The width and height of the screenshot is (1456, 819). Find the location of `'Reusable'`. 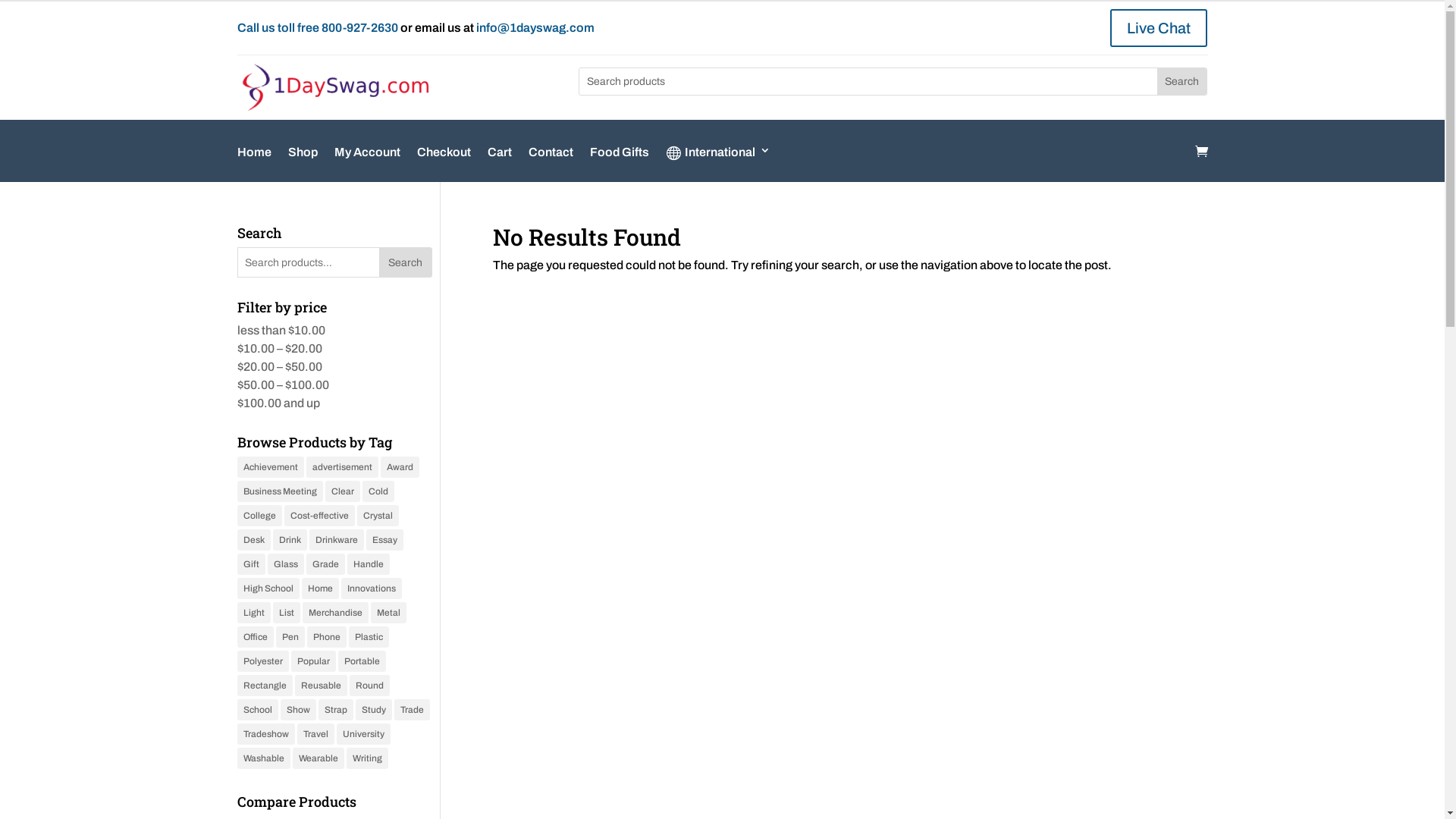

'Reusable' is located at coordinates (294, 685).